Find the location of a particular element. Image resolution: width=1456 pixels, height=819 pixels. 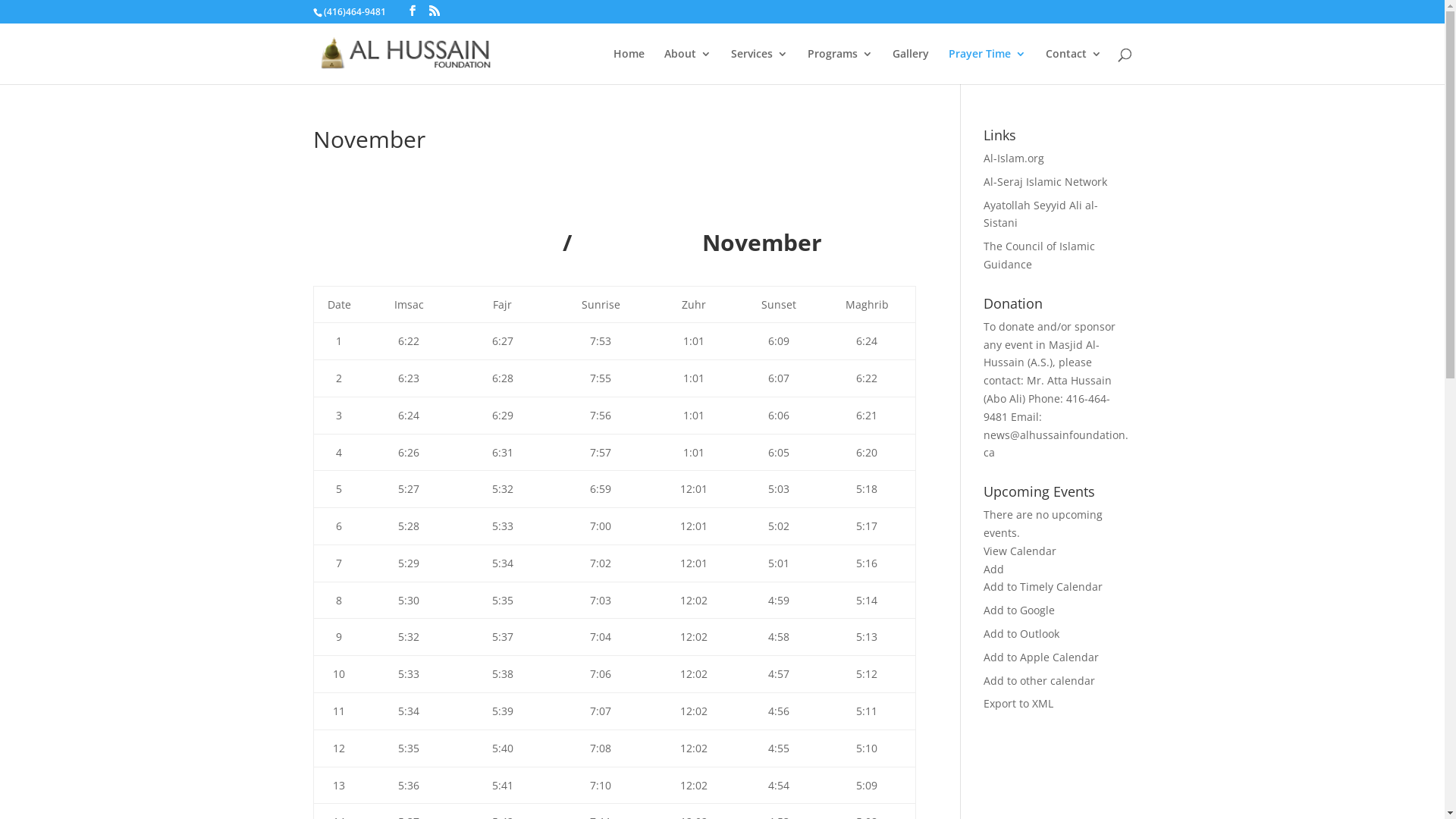

'Gallery' is located at coordinates (910, 65).